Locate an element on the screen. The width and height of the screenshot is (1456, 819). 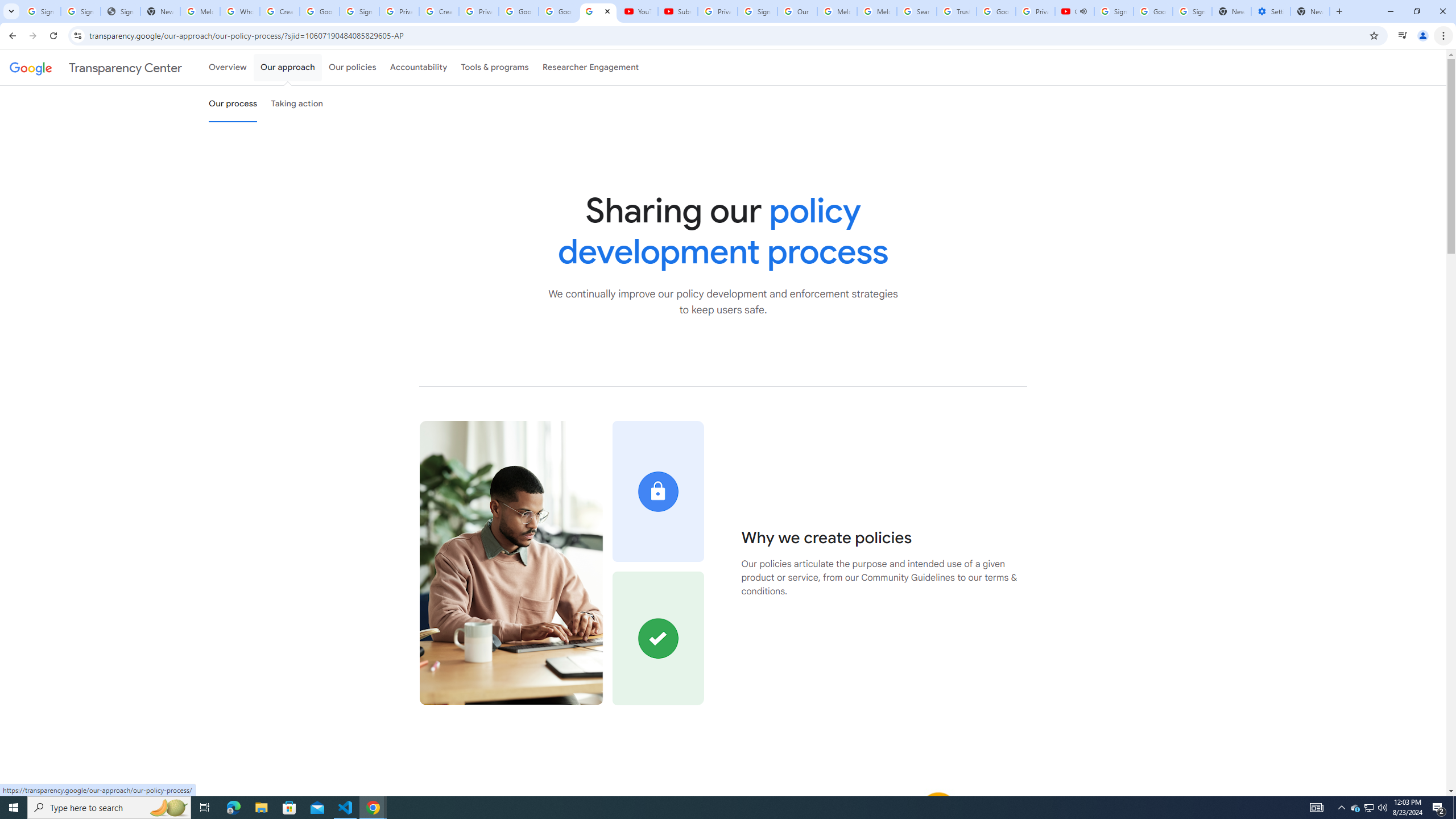
'Taking action' is located at coordinates (296, 103).